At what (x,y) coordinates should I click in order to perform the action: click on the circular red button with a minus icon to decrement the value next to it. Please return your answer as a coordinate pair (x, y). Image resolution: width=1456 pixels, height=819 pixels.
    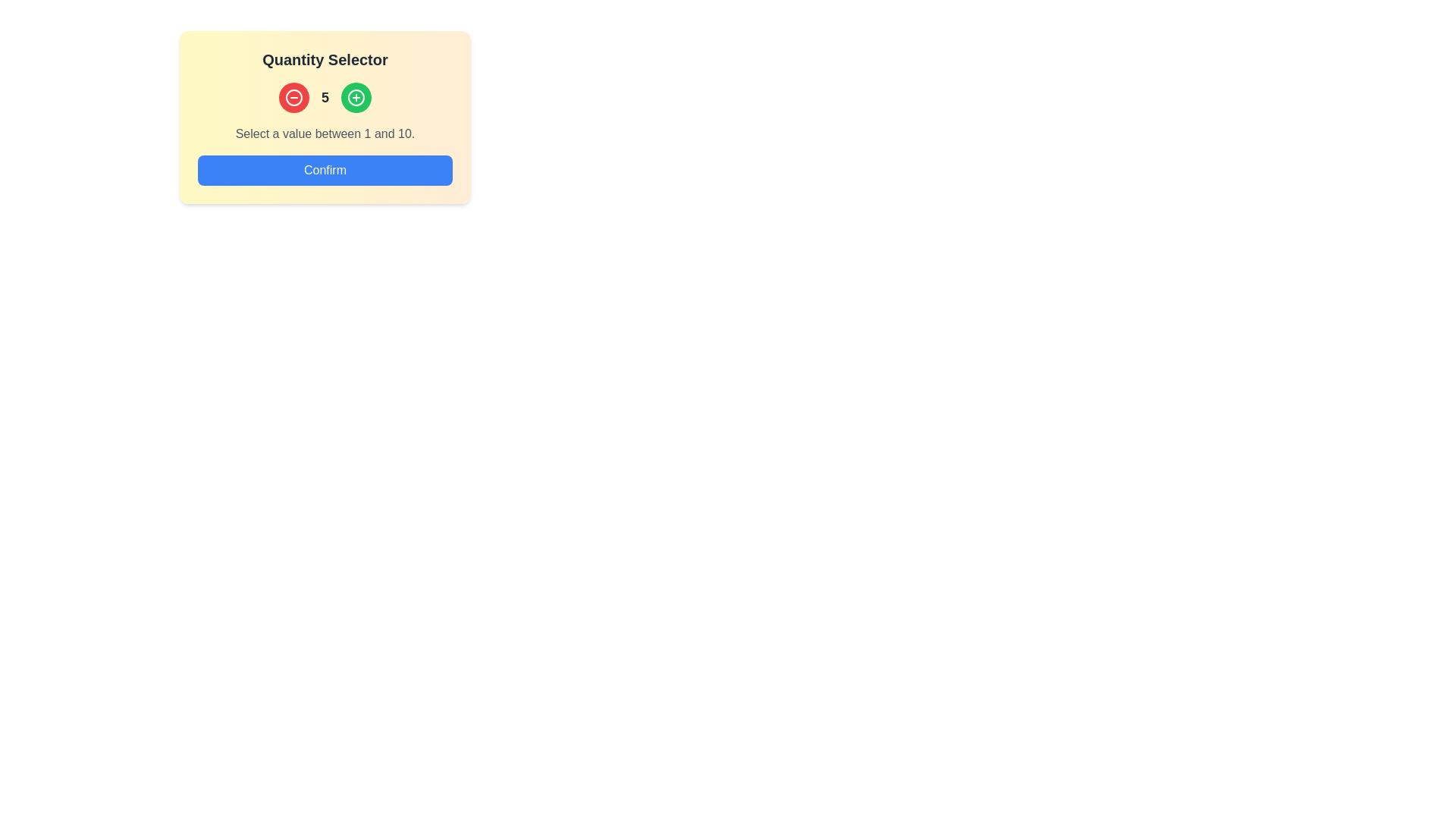
    Looking at the image, I should click on (294, 97).